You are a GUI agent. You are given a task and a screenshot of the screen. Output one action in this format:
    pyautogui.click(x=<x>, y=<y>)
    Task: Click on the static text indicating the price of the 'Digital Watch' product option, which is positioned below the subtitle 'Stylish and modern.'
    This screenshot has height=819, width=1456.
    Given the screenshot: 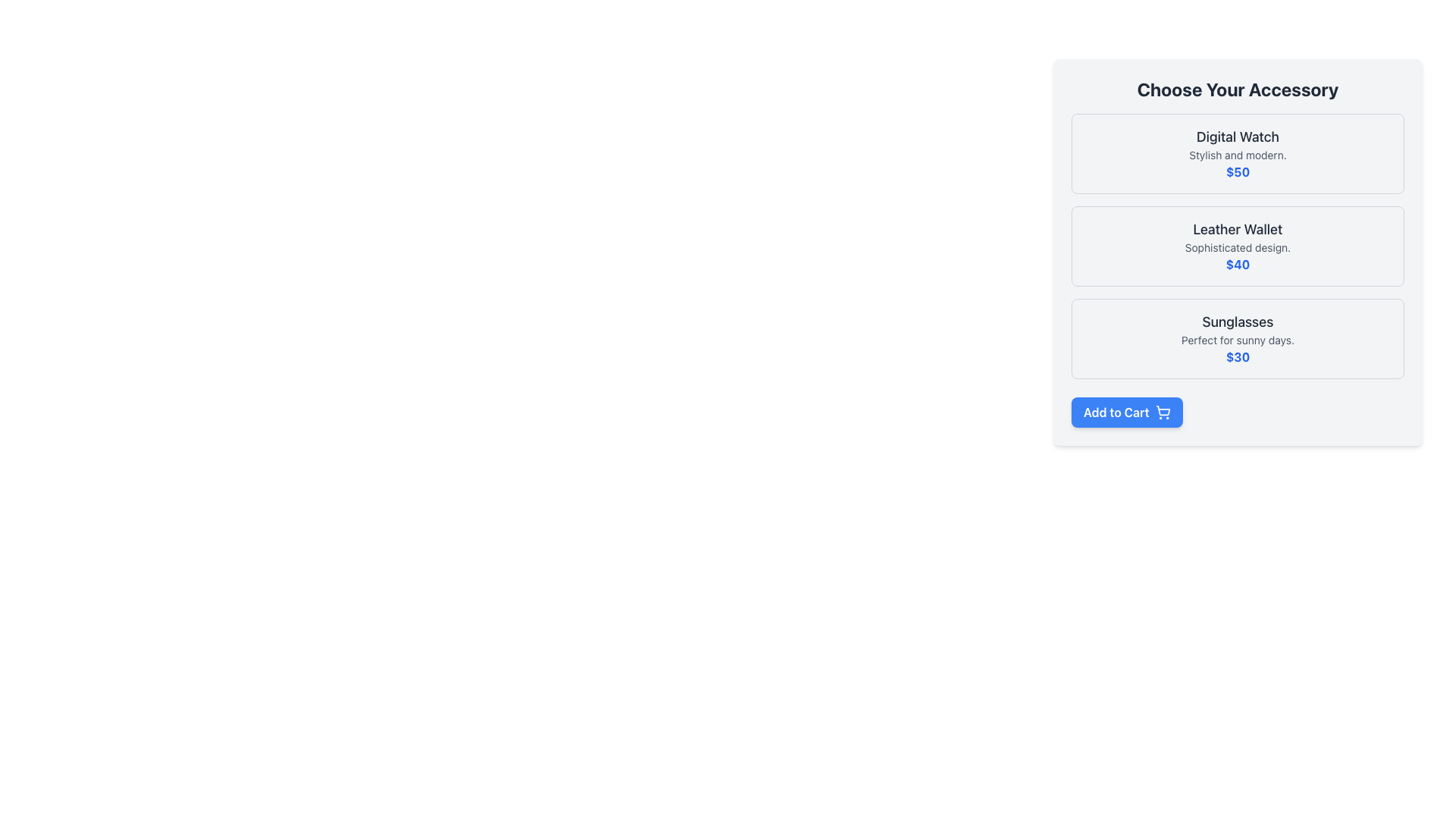 What is the action you would take?
    pyautogui.click(x=1238, y=171)
    